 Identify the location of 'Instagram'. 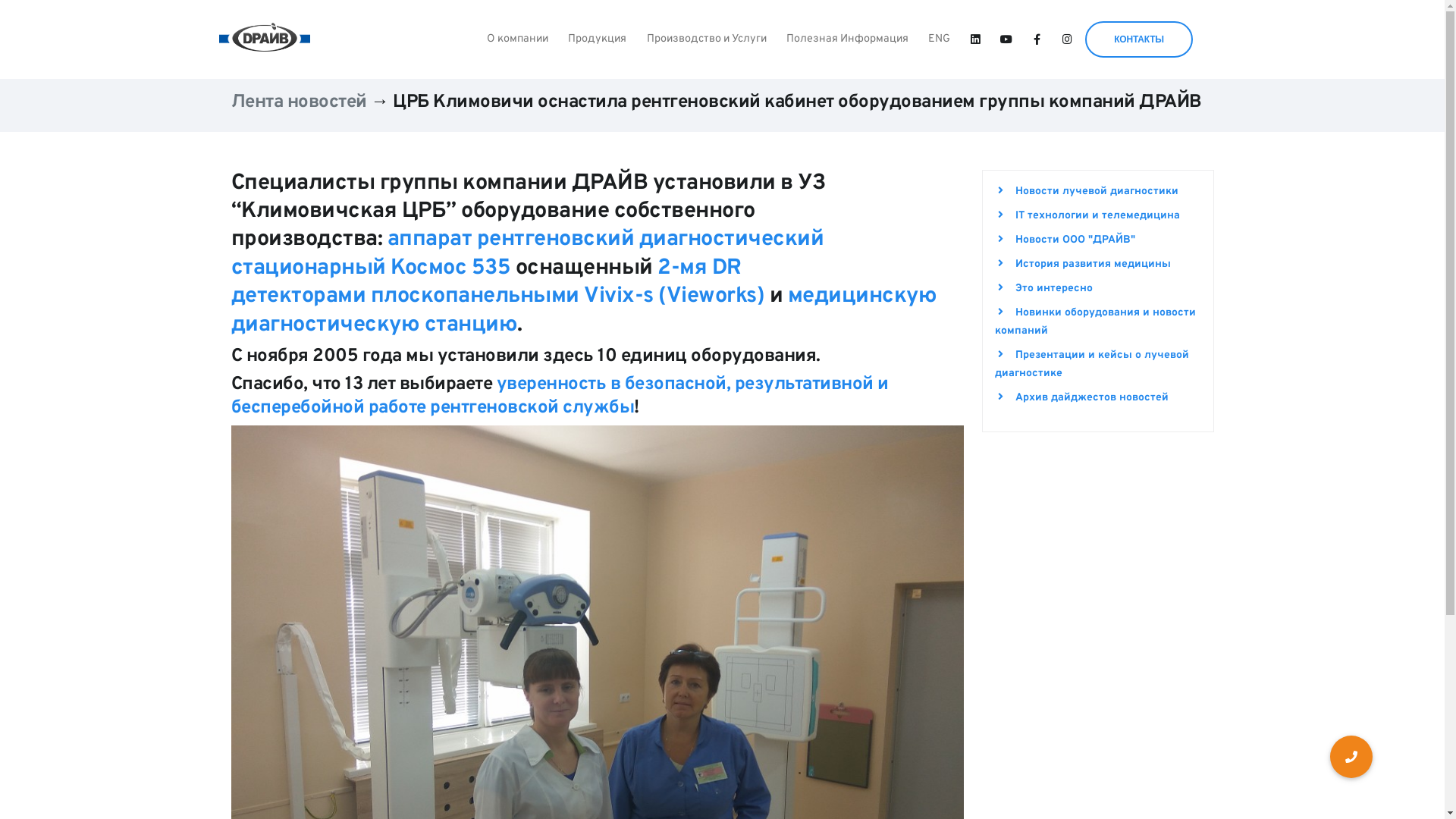
(1066, 39).